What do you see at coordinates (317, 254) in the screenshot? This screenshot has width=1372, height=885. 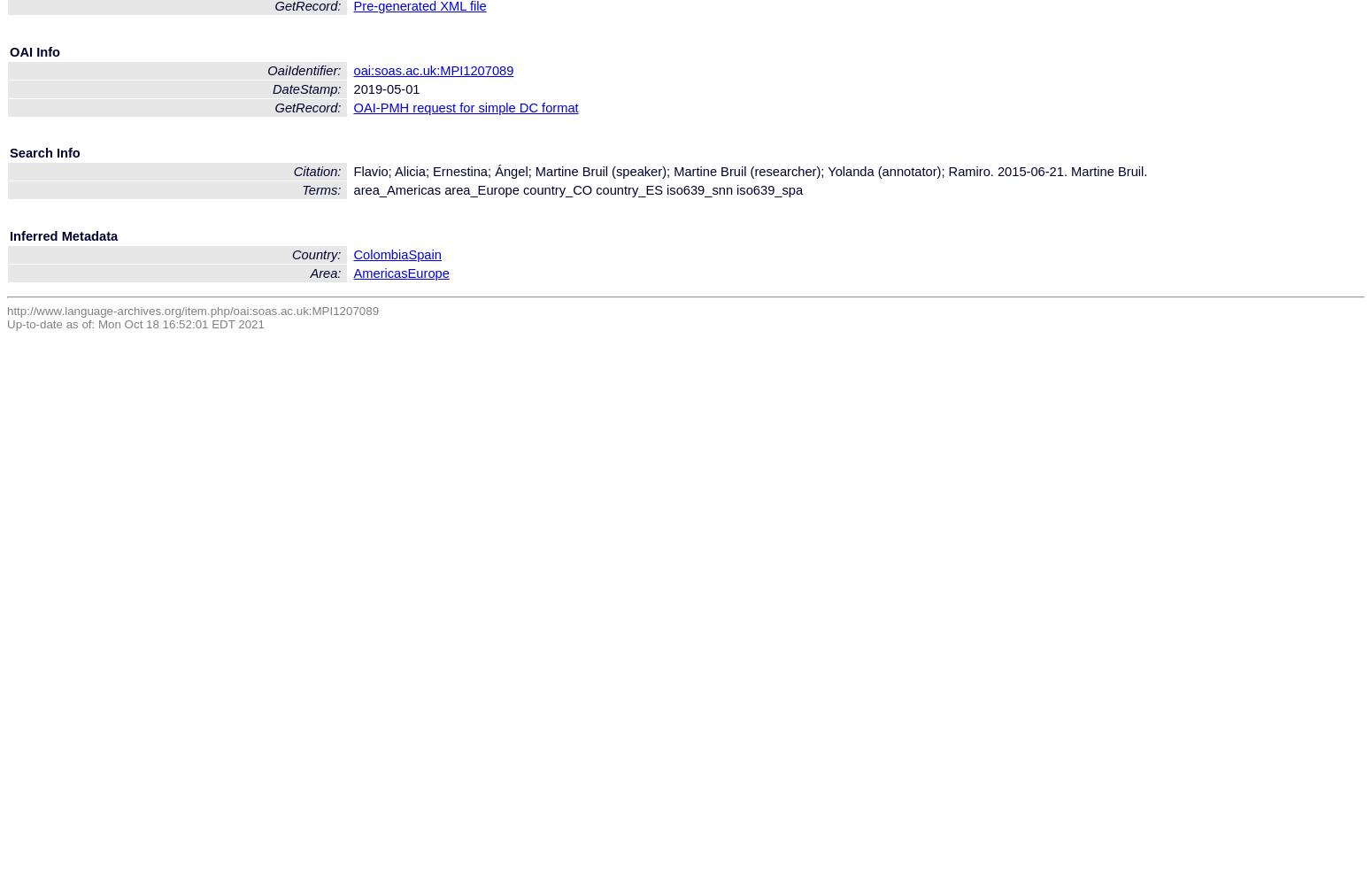 I see `'Country:'` at bounding box center [317, 254].